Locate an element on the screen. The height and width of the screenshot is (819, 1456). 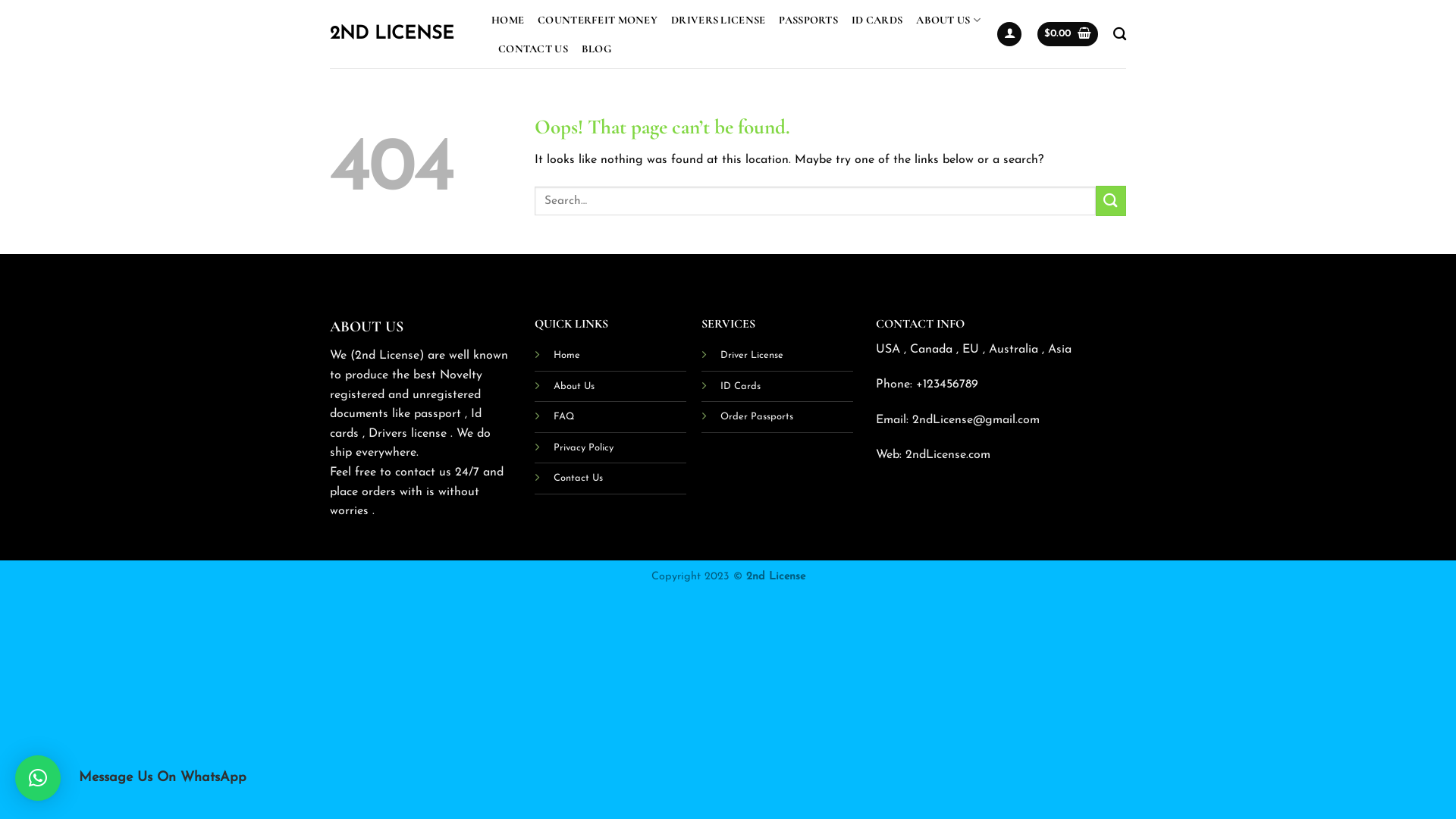
'HOME' is located at coordinates (507, 20).